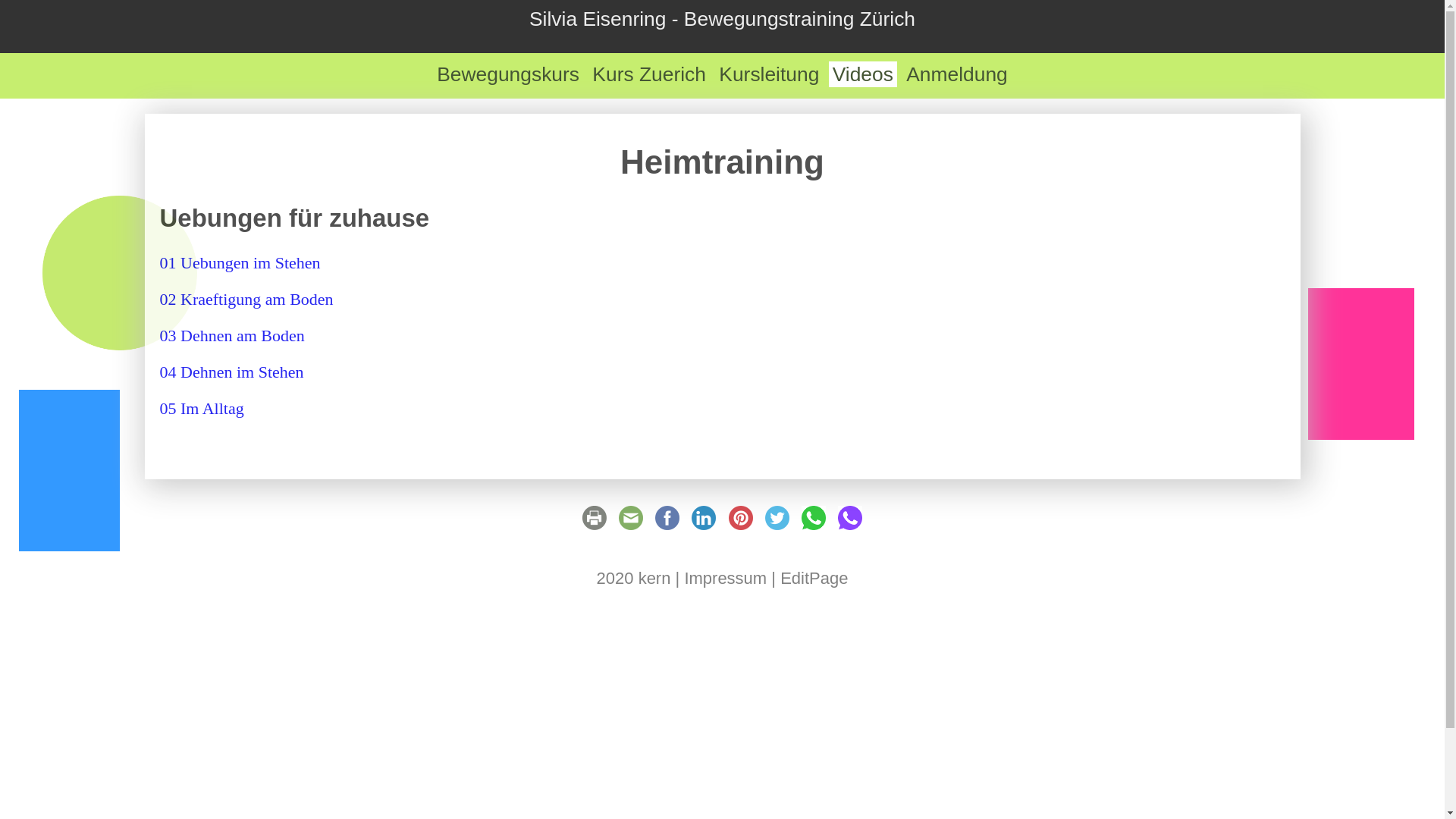 This screenshot has height=819, width=1456. I want to click on '02 Kraeftigung am Boden', so click(246, 299).